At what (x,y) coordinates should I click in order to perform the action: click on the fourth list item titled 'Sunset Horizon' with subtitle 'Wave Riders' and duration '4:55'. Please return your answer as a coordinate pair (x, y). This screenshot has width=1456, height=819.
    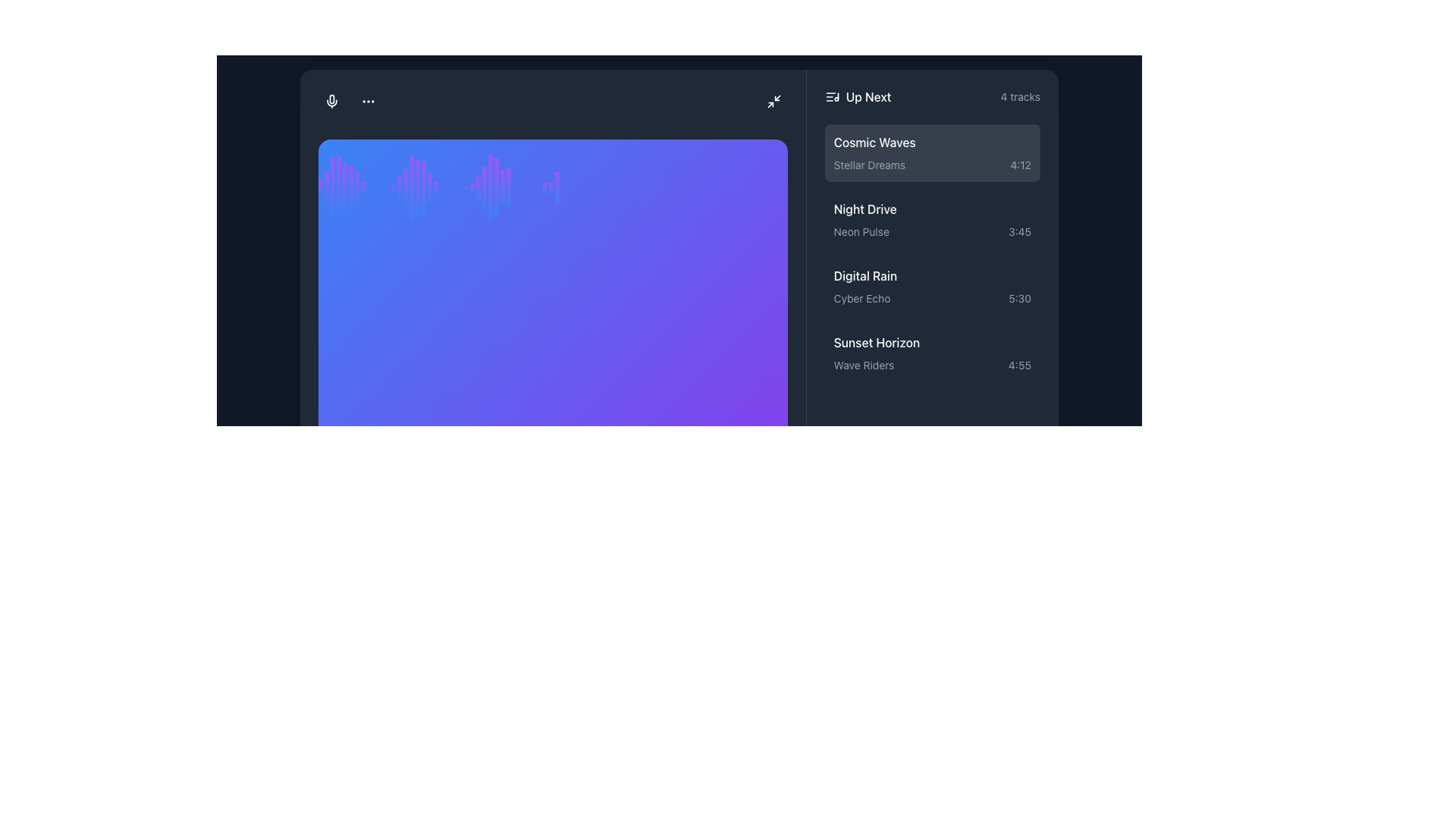
    Looking at the image, I should click on (931, 353).